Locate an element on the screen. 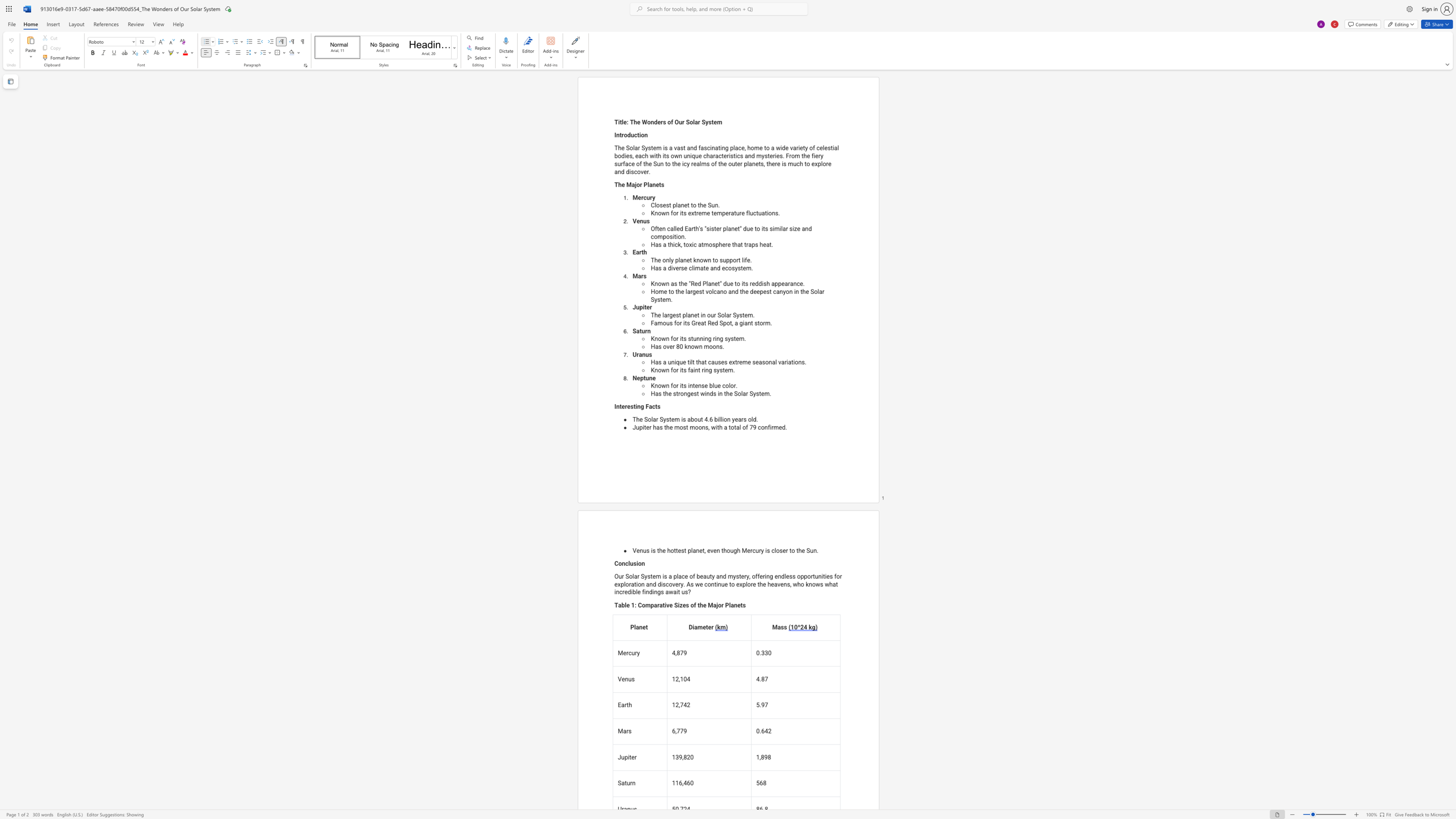  the space between the continuous character "t" and "e" in the text is located at coordinates (735, 338).